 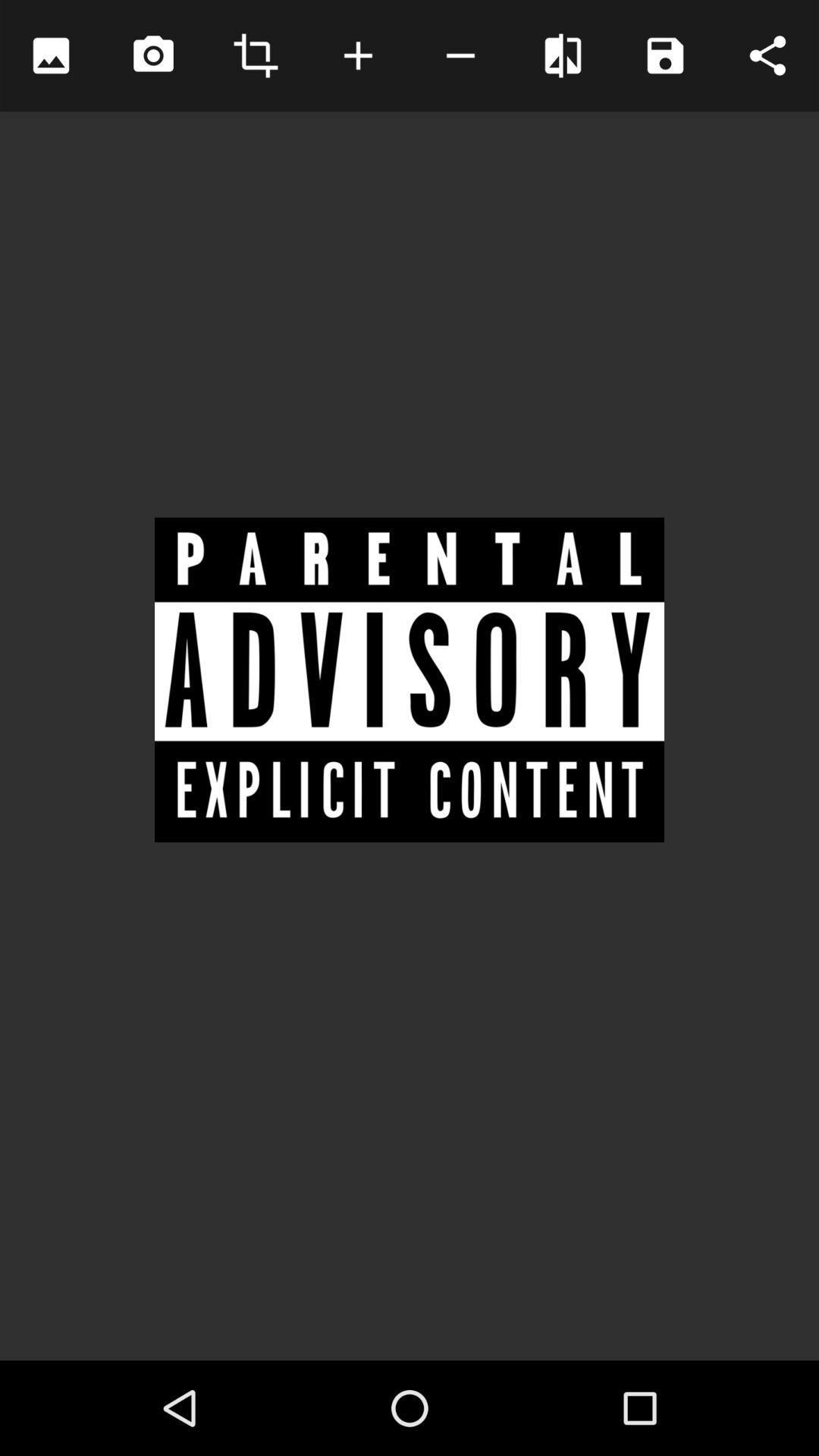 I want to click on the wallpaper icon, so click(x=50, y=55).